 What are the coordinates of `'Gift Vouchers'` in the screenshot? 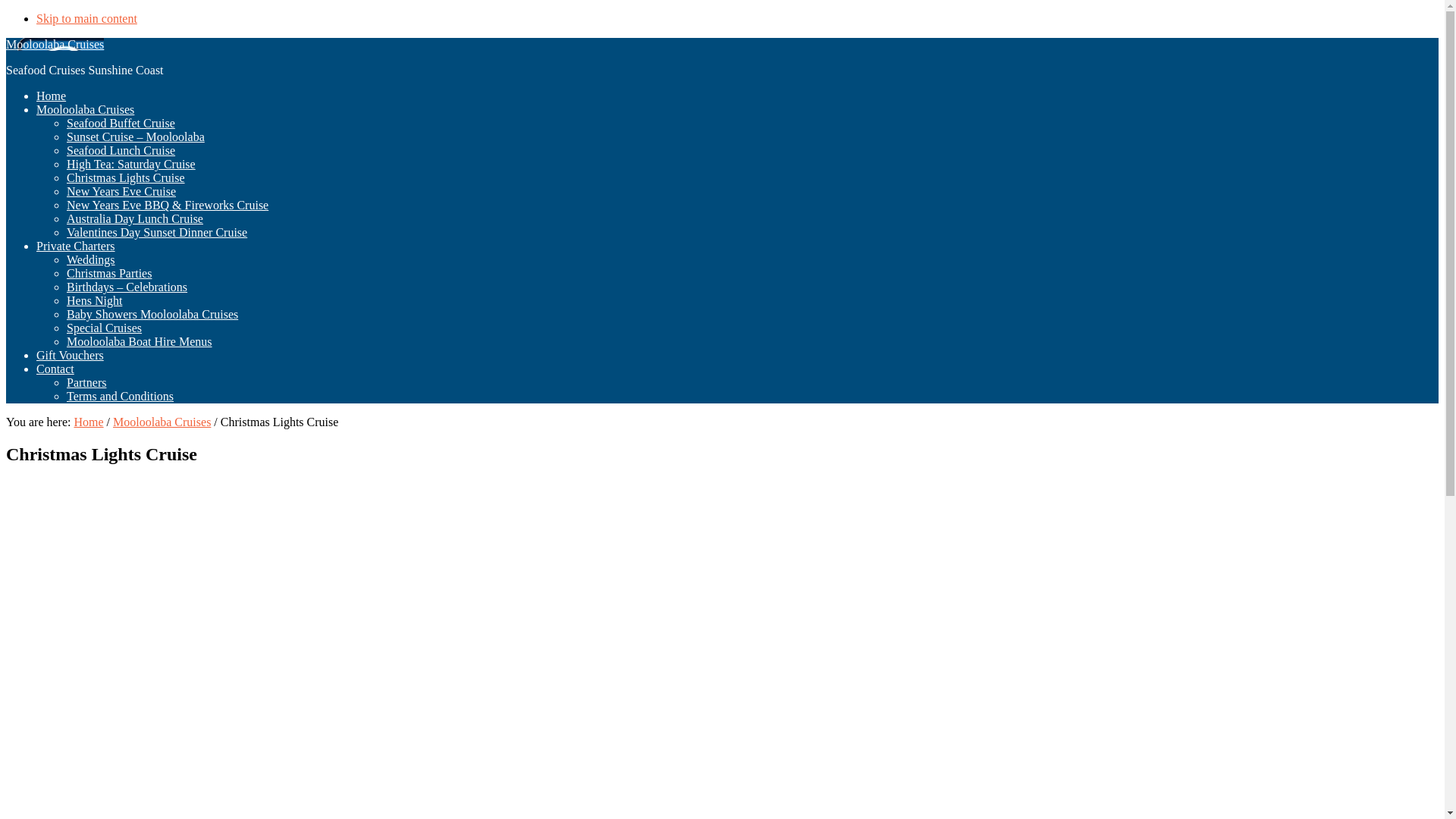 It's located at (69, 355).